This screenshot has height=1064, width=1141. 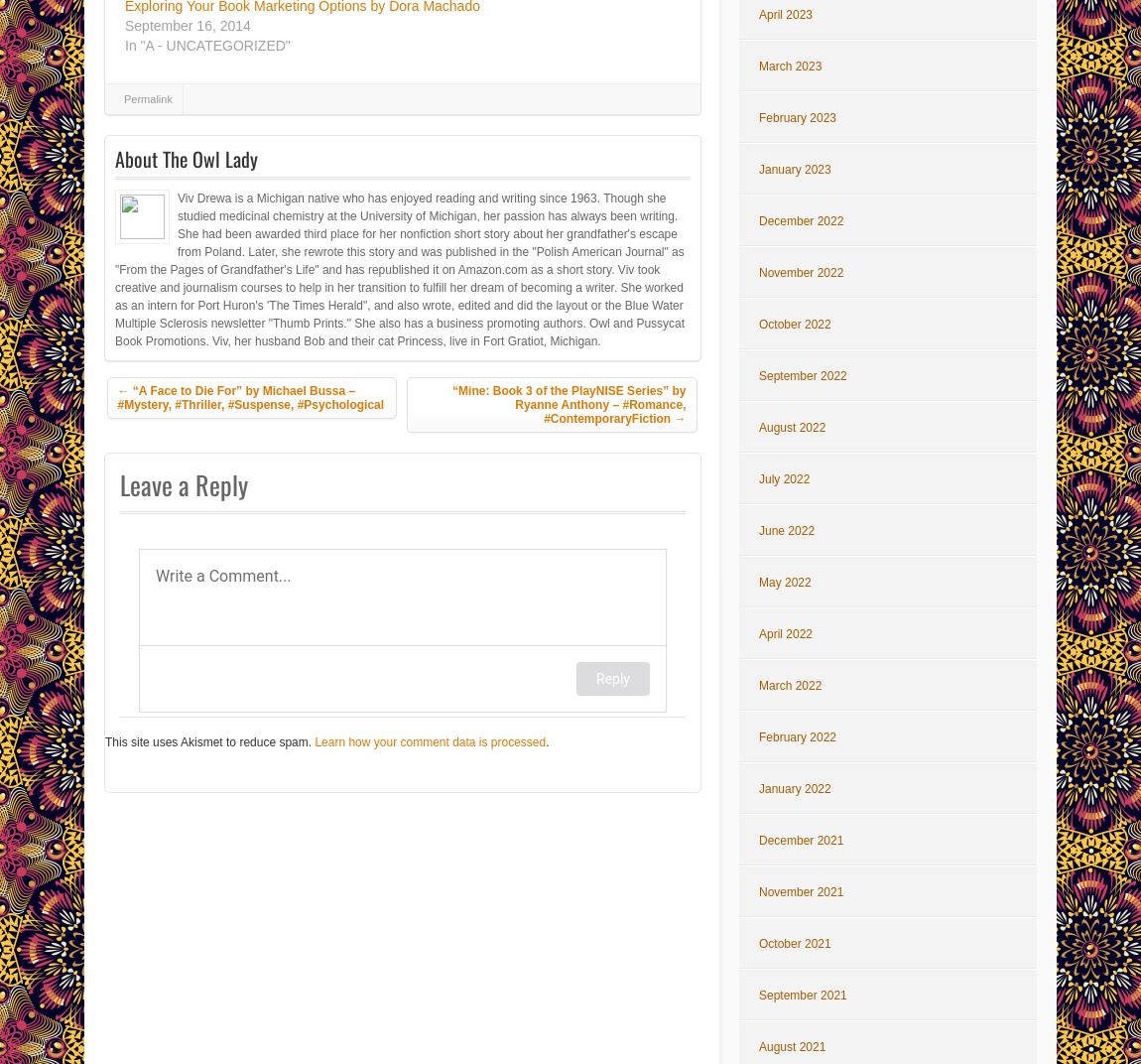 What do you see at coordinates (783, 582) in the screenshot?
I see `'May 2022'` at bounding box center [783, 582].